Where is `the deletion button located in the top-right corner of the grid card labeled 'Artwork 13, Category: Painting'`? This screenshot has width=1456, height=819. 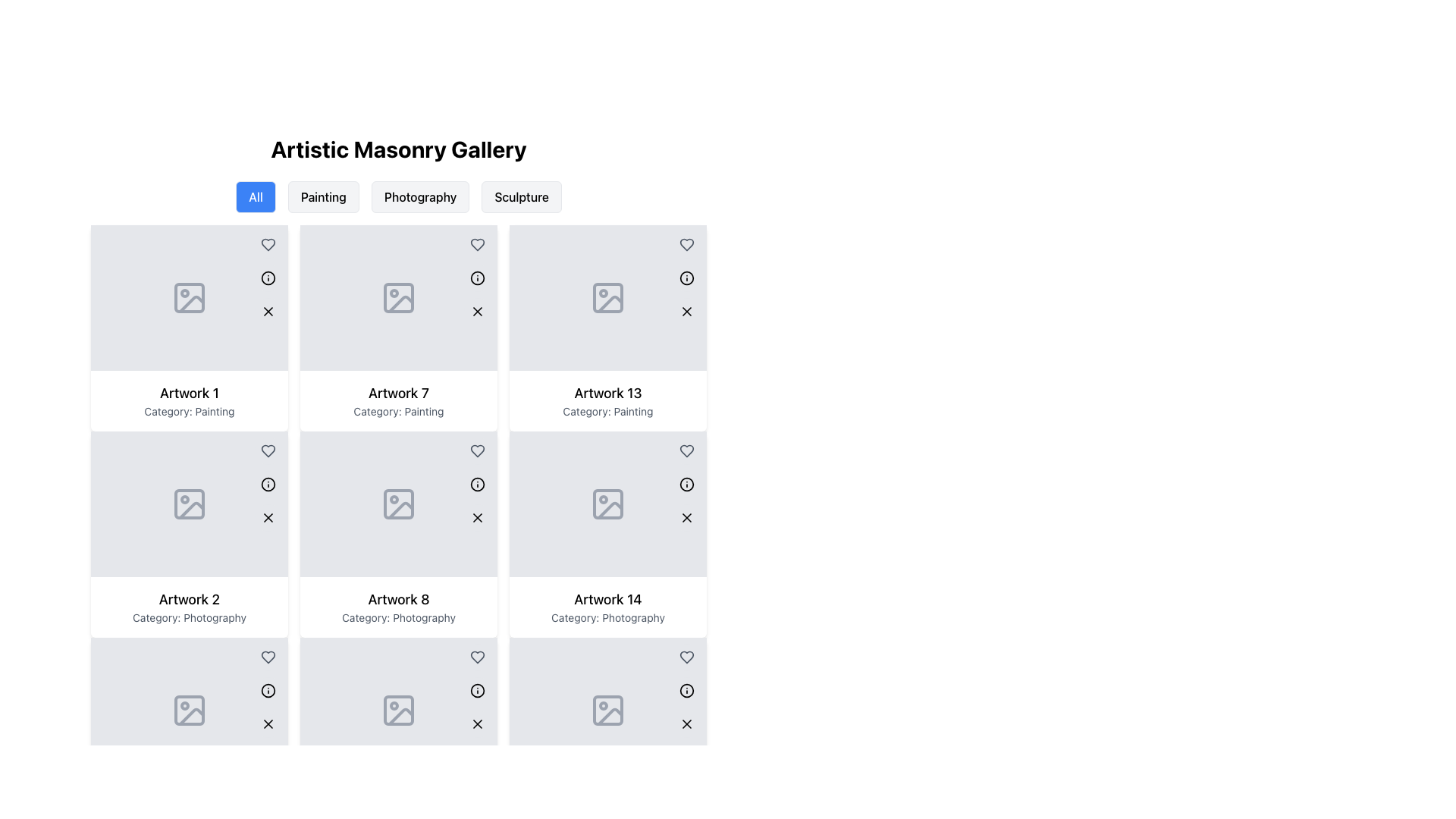
the deletion button located in the top-right corner of the grid card labeled 'Artwork 13, Category: Painting' is located at coordinates (686, 516).